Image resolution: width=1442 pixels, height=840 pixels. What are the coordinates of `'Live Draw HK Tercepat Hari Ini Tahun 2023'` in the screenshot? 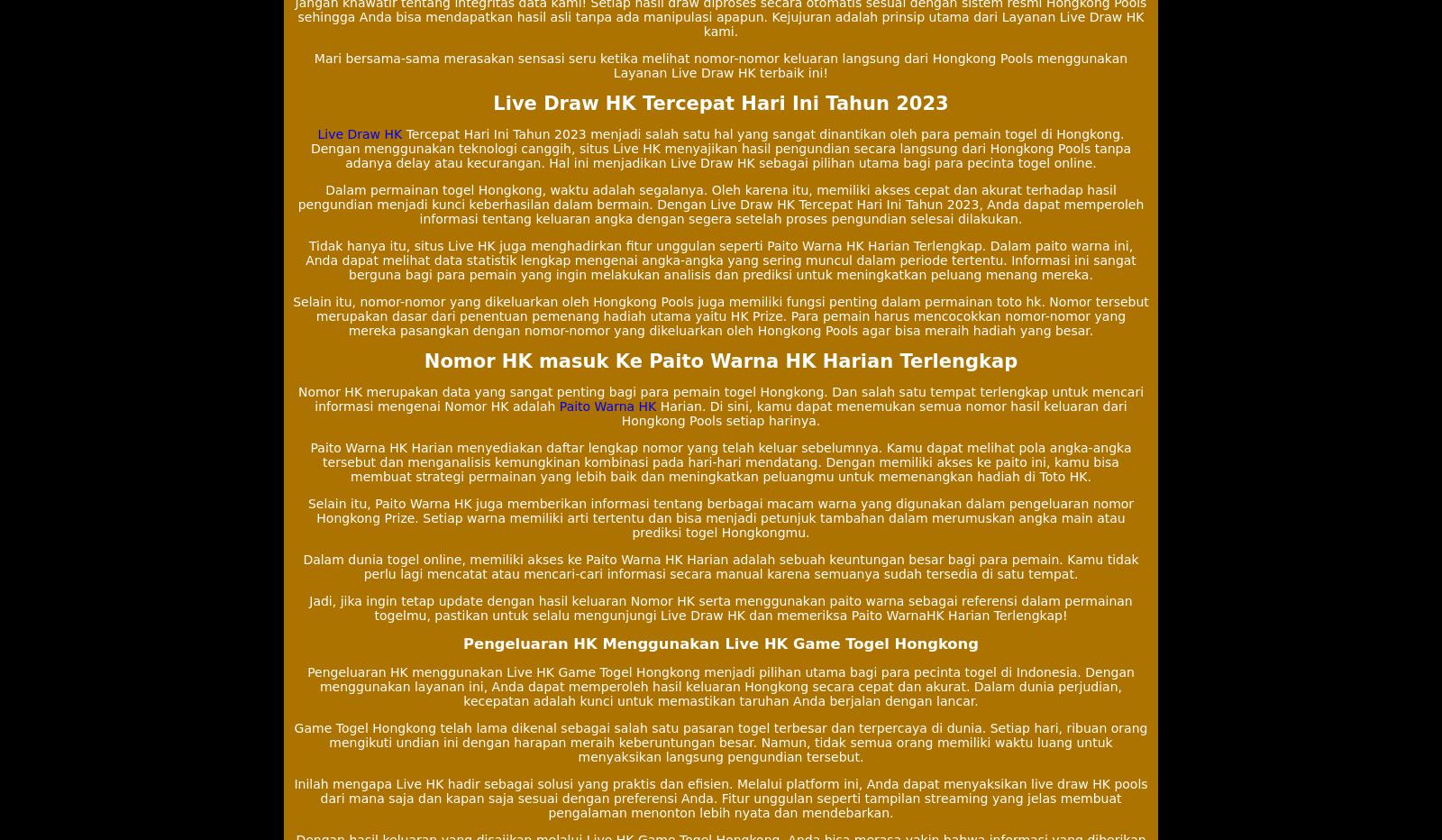 It's located at (720, 104).